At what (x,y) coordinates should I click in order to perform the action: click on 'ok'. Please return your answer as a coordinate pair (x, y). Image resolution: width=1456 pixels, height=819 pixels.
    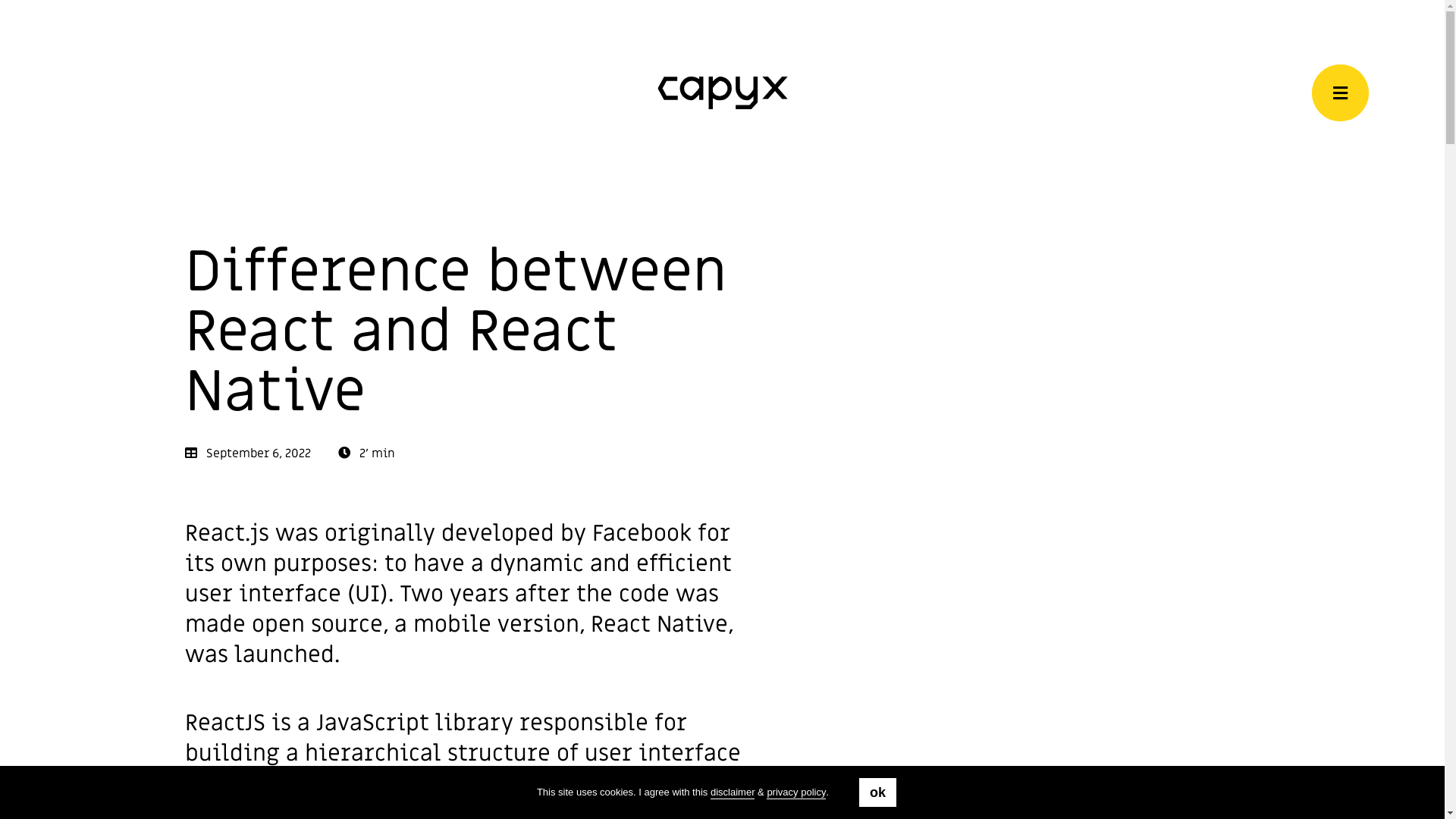
    Looking at the image, I should click on (877, 792).